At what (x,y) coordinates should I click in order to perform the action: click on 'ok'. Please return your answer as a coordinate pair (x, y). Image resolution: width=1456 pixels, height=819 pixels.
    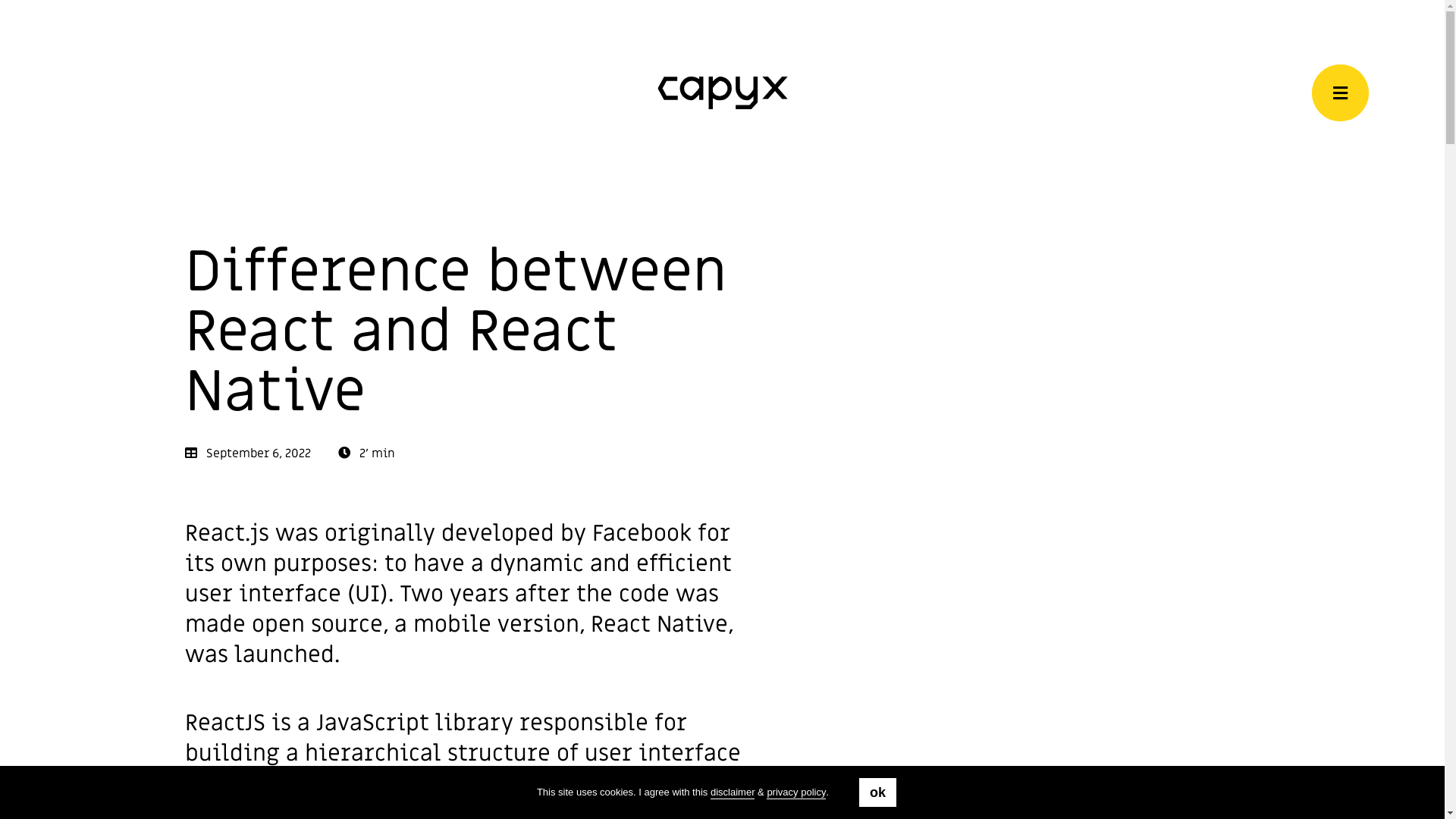
    Looking at the image, I should click on (877, 792).